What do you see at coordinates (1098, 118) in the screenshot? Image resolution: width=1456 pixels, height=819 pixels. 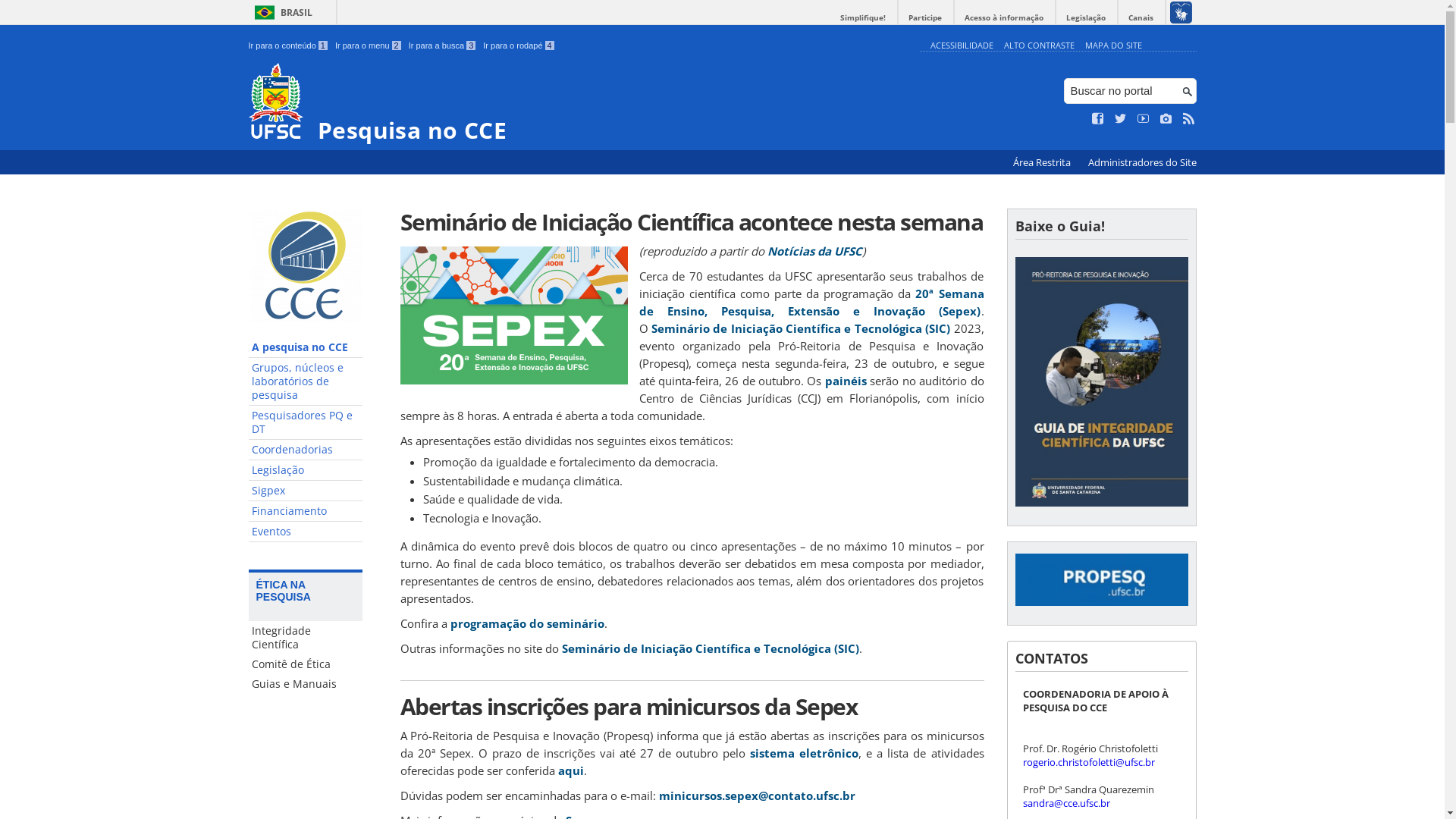 I see `'Curta no Facebook'` at bounding box center [1098, 118].